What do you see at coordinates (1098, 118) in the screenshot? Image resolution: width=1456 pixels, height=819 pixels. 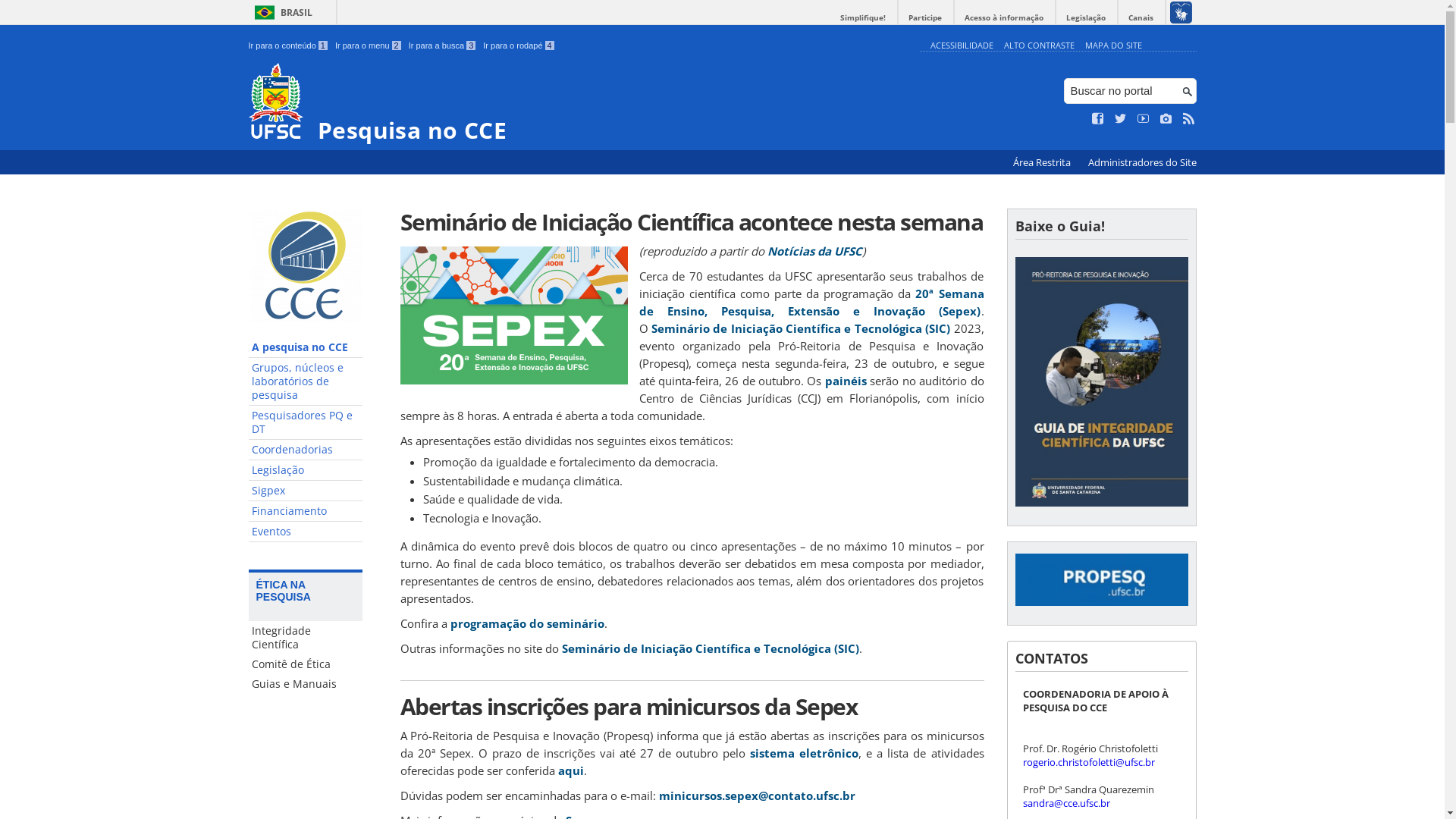 I see `'Curta no Facebook'` at bounding box center [1098, 118].